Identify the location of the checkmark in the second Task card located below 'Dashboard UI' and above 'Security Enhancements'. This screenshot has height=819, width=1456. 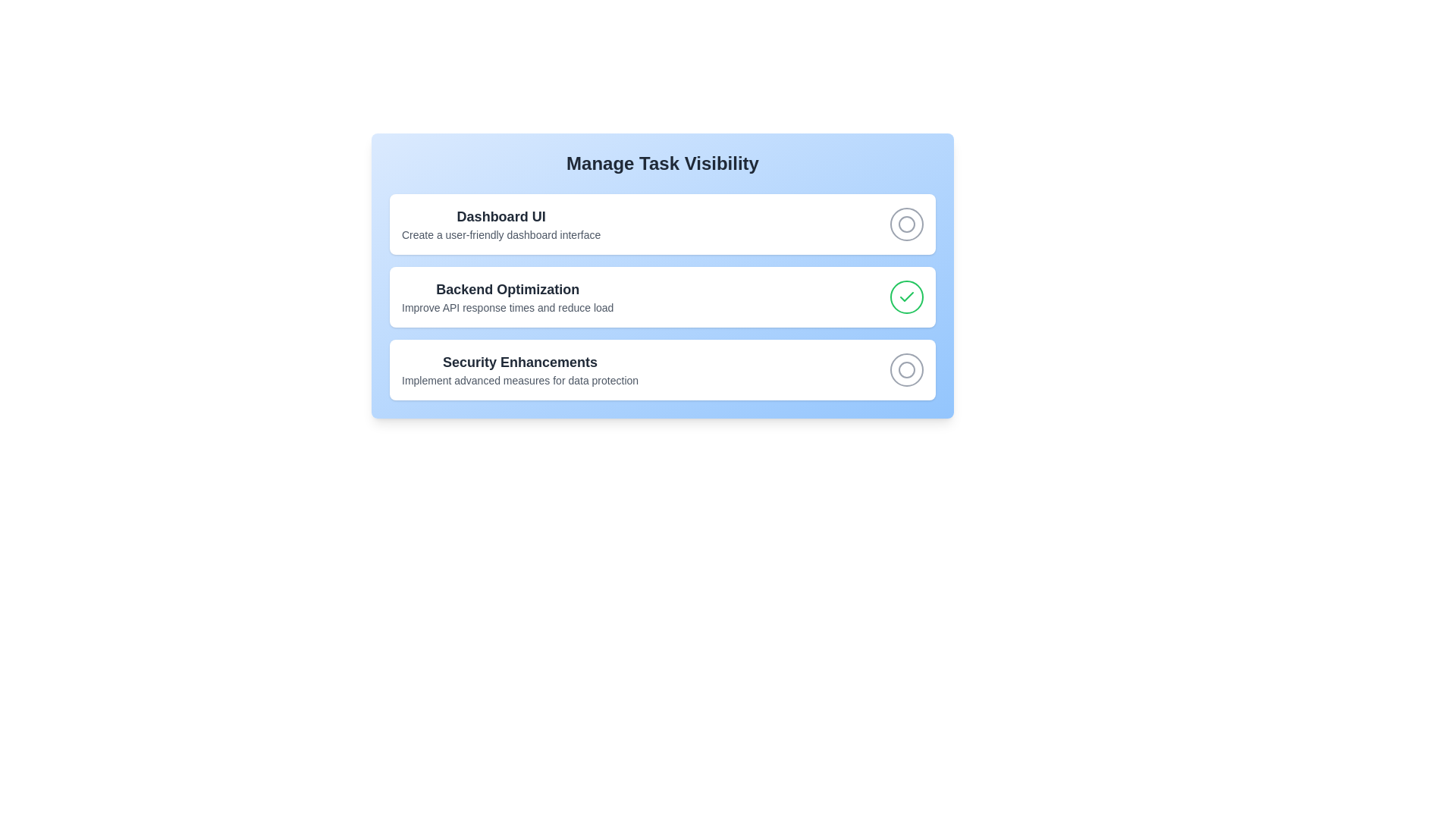
(662, 275).